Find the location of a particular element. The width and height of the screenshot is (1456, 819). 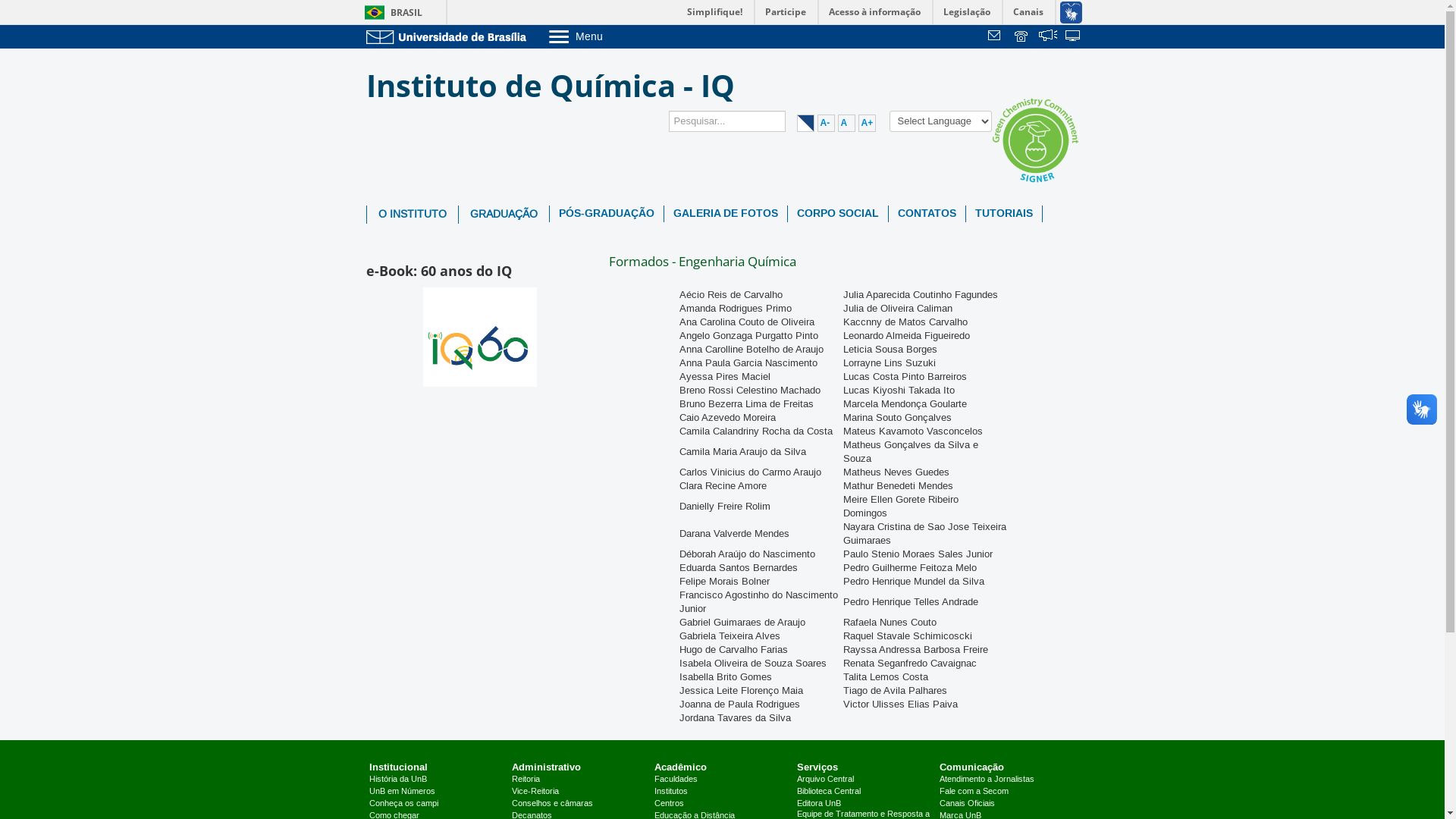

'Biblioteca Central' is located at coordinates (828, 791).